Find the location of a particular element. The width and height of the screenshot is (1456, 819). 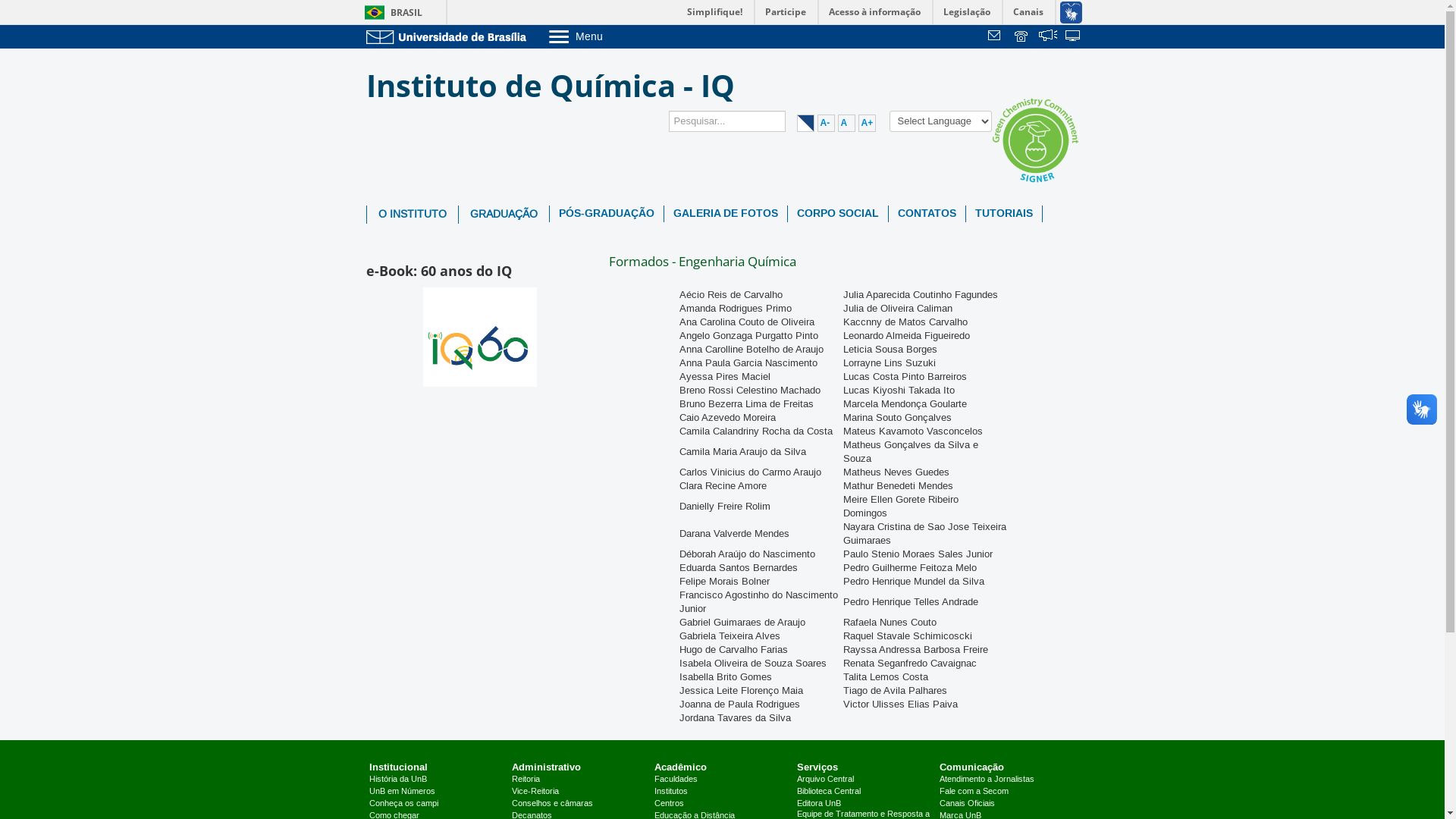

'Biblioteca Central' is located at coordinates (828, 791).